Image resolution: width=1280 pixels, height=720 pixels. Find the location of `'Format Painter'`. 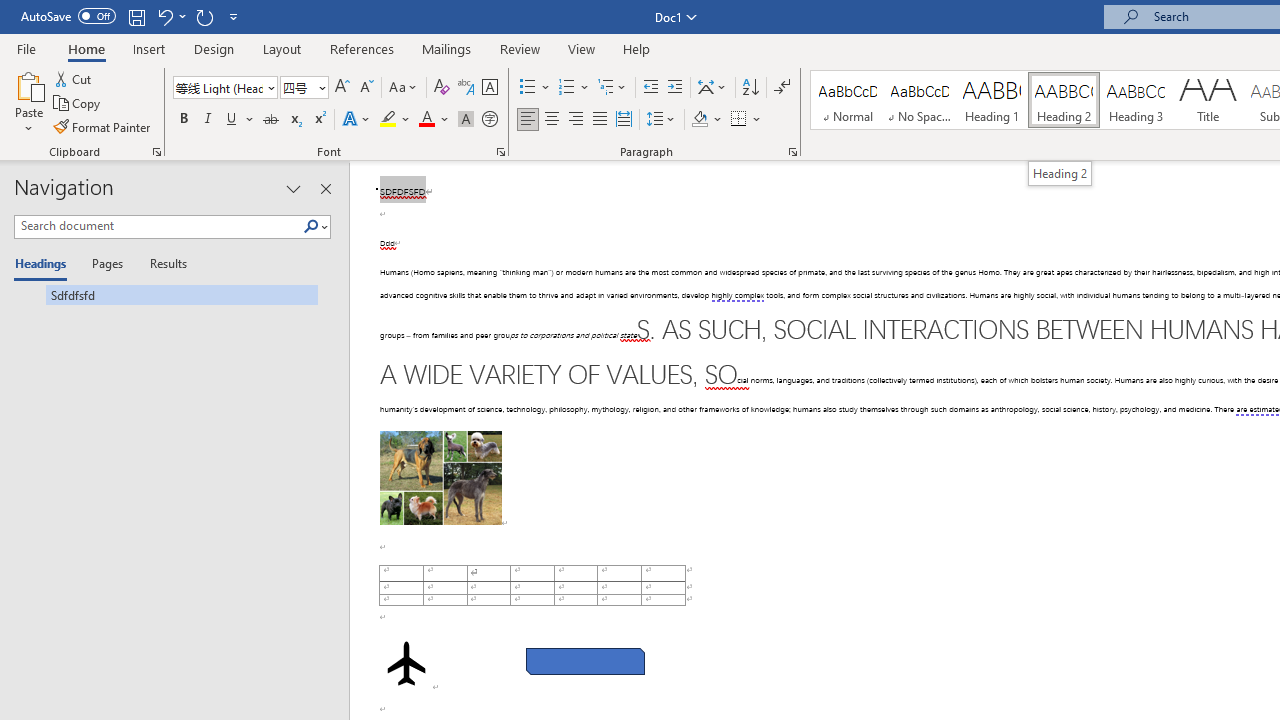

'Format Painter' is located at coordinates (102, 127).